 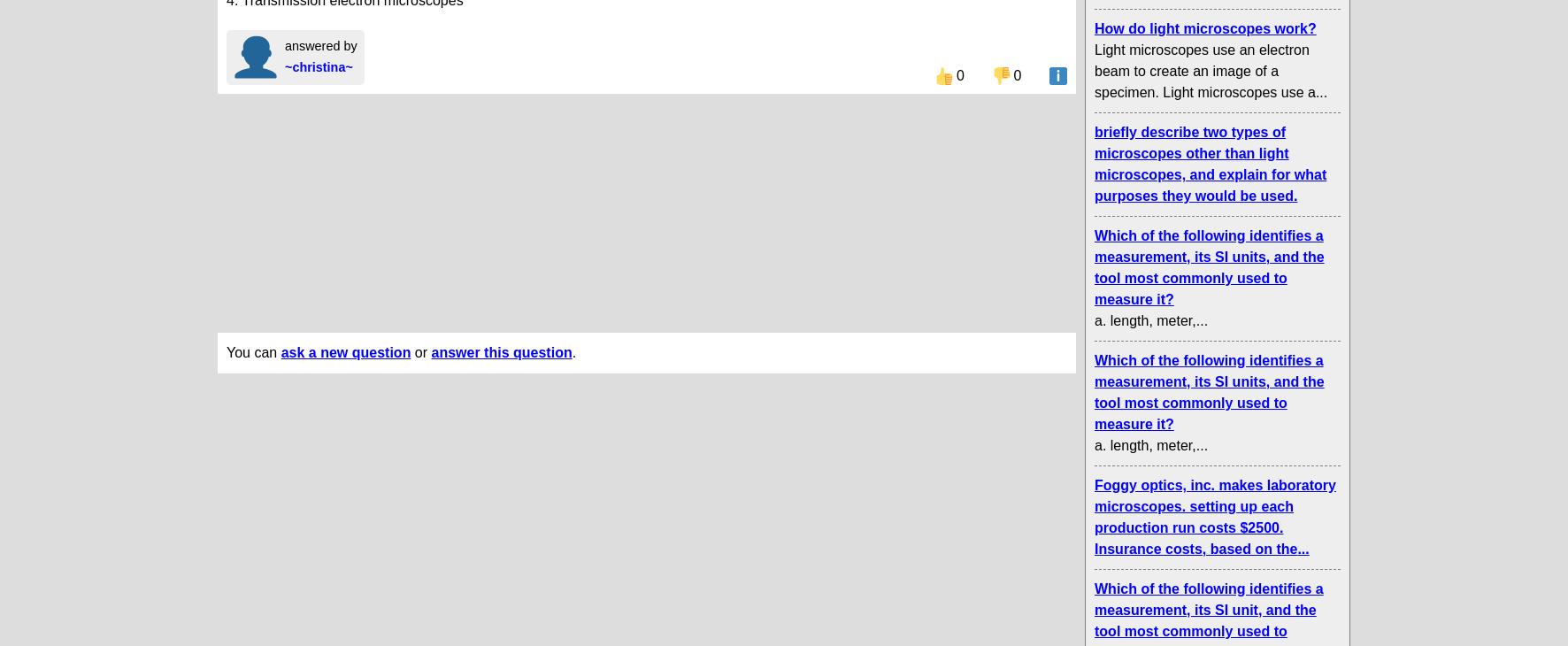 I want to click on 'briefly describe two types of microscopes other than light microscopes, and explain for what purposes they would be used.', so click(x=1209, y=164).